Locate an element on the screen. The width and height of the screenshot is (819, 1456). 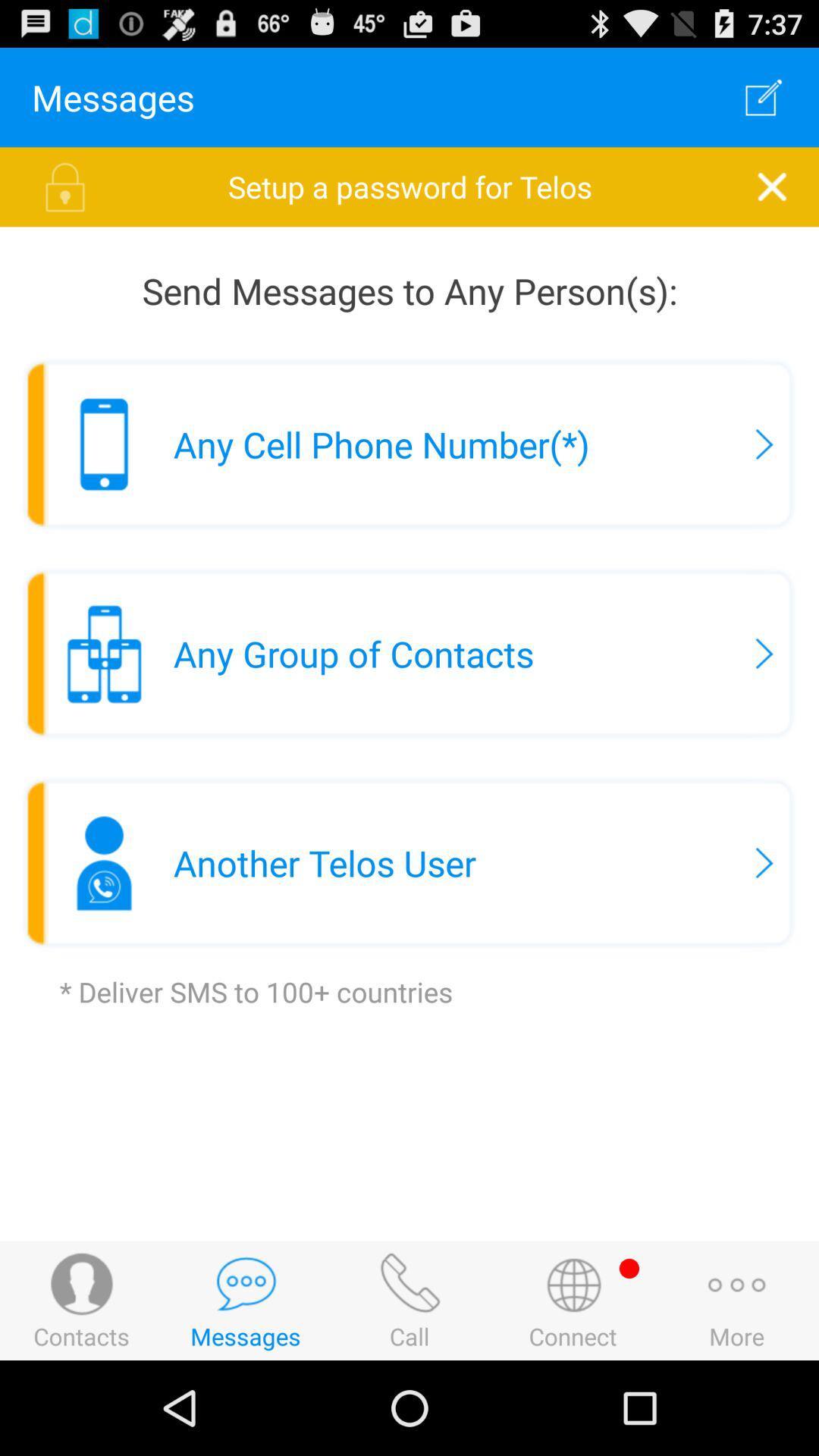
the edit icon is located at coordinates (764, 103).